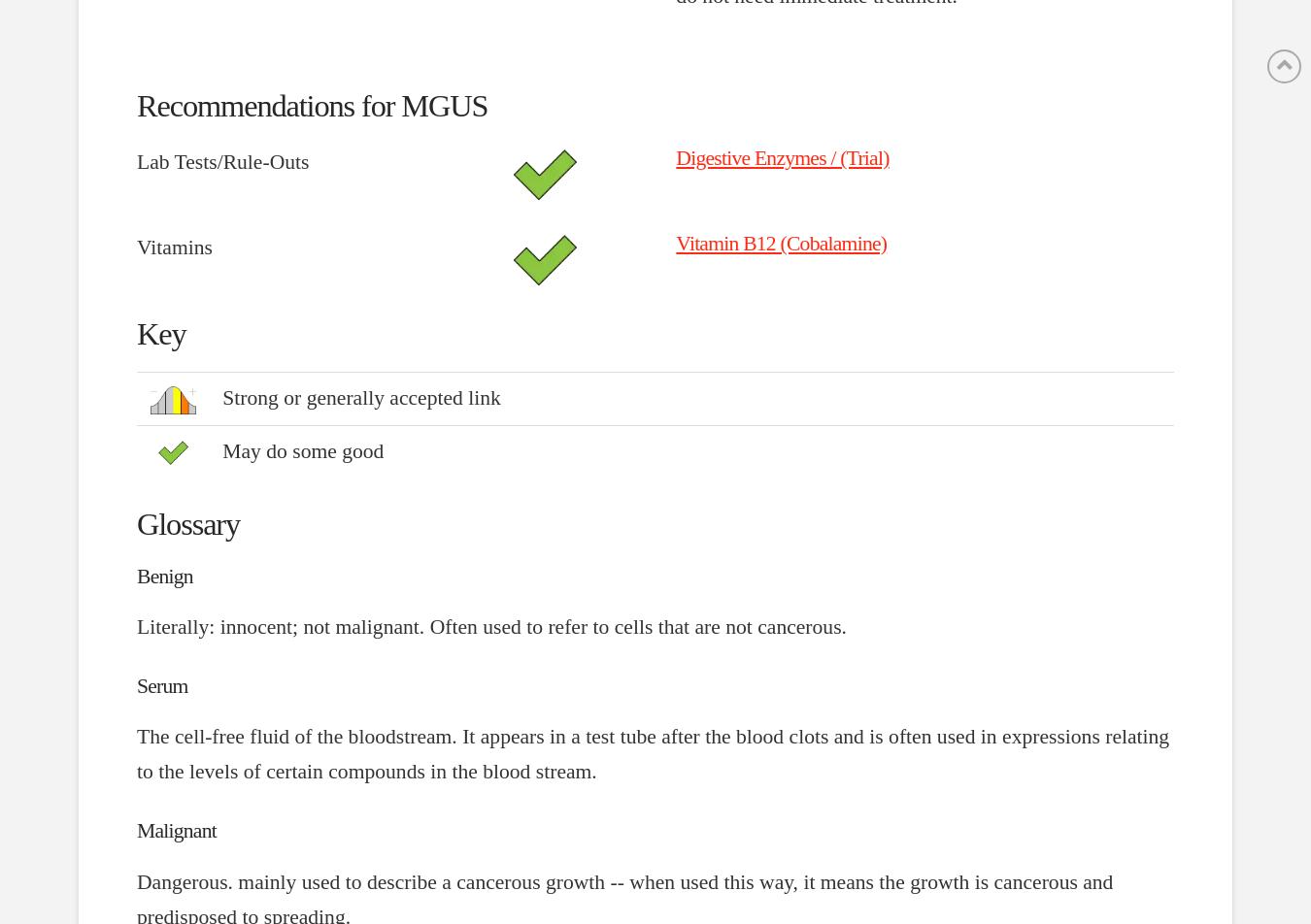 The image size is (1311, 924). Describe the element at coordinates (489, 625) in the screenshot. I see `'Literally: innocent; not malignant. Often used to refer to cells that are not cancerous.'` at that location.